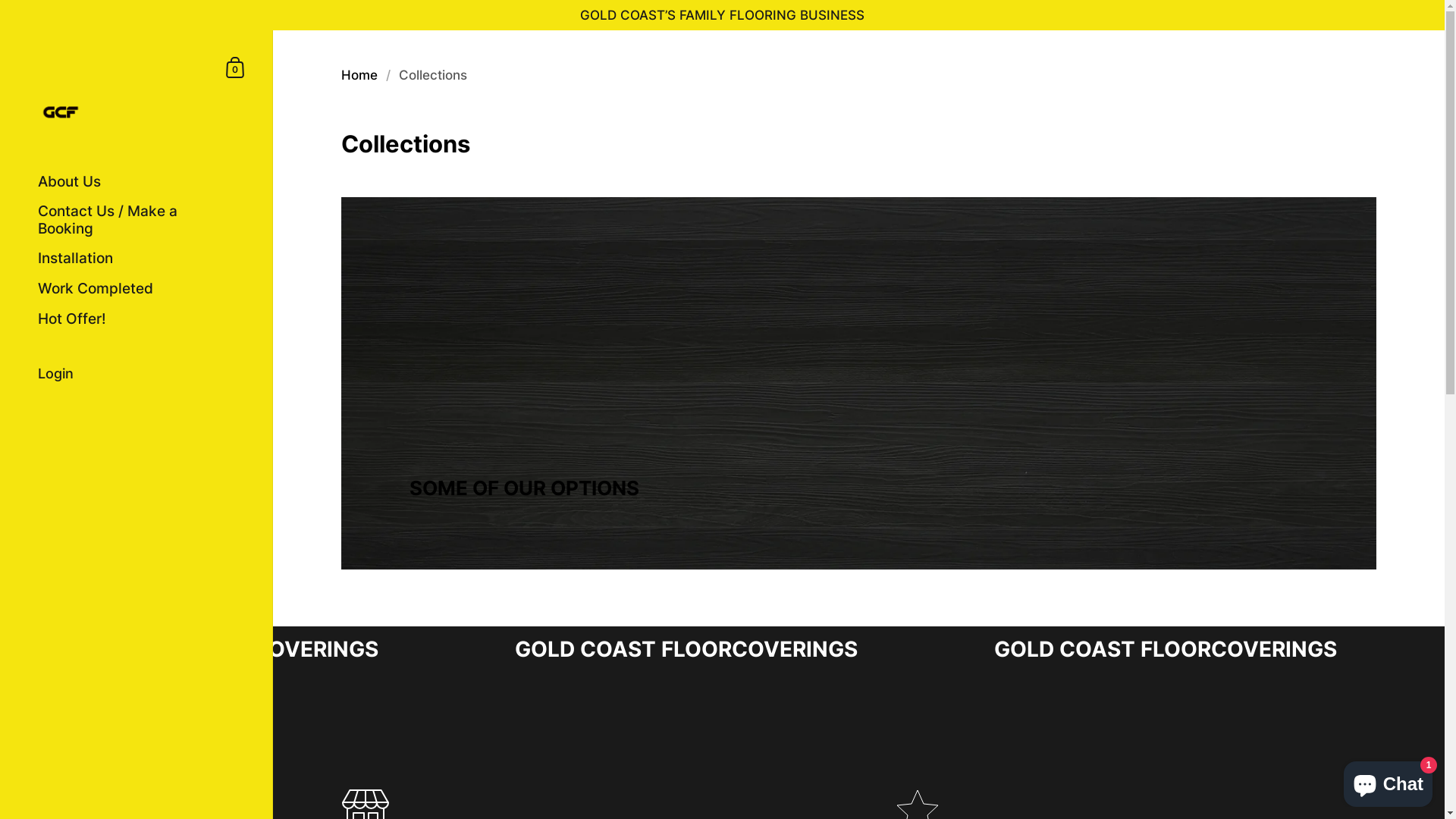  Describe the element at coordinates (1388, 780) in the screenshot. I see `'Shopify online store chat'` at that location.